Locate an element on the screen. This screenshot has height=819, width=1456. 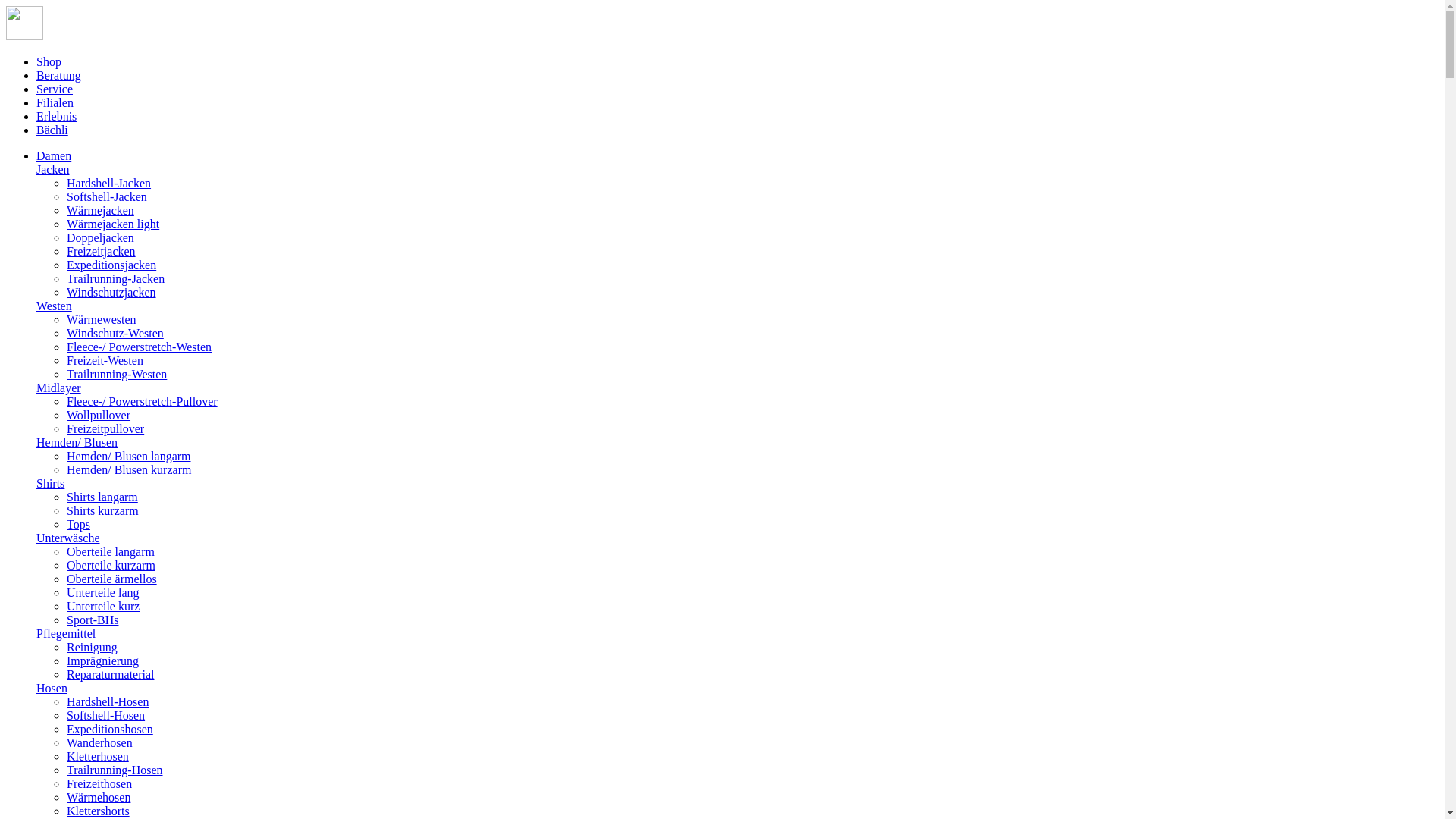
'Hardshell-Jacken' is located at coordinates (108, 182).